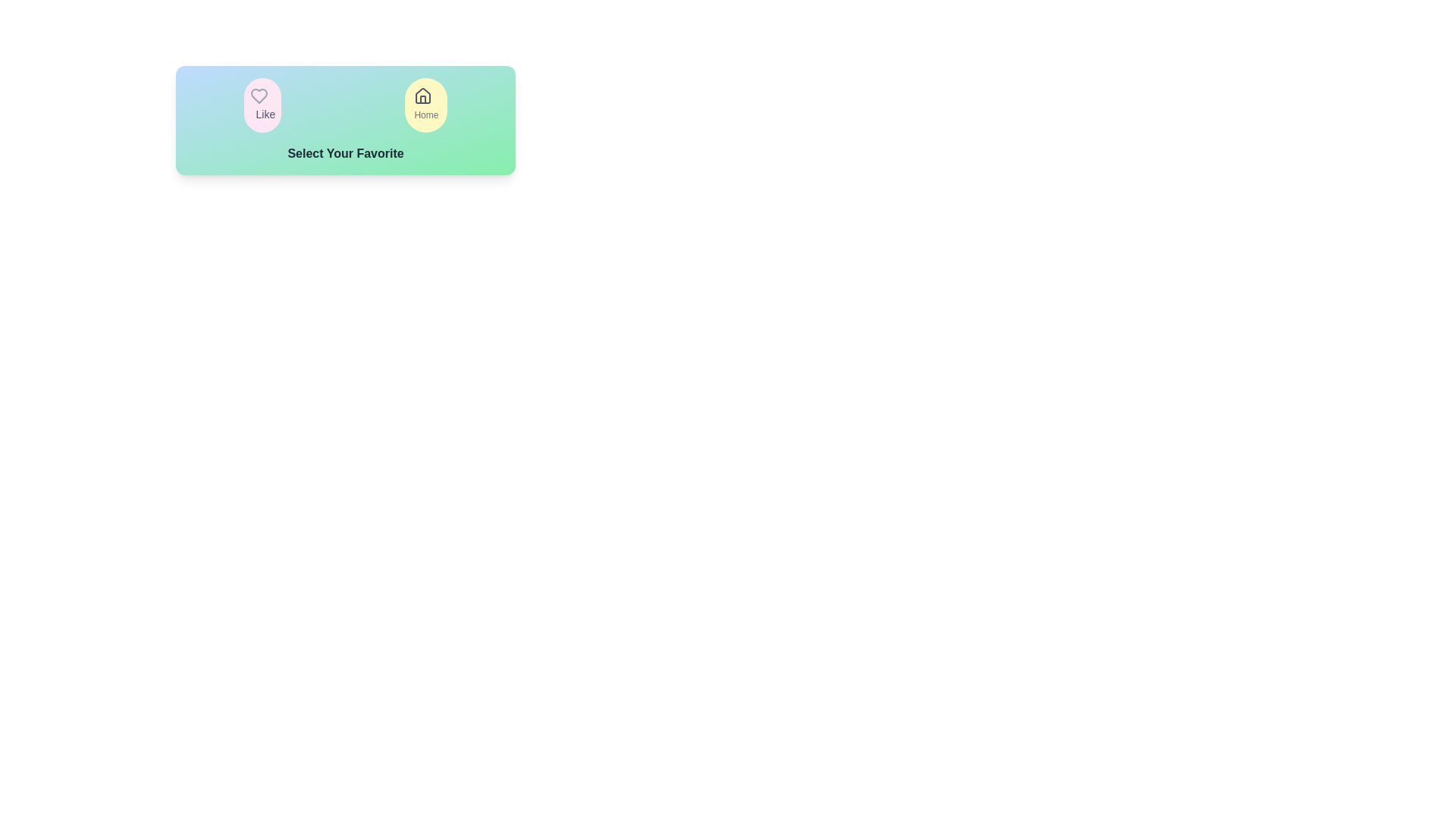 The height and width of the screenshot is (819, 1456). What do you see at coordinates (425, 104) in the screenshot?
I see `the second button in the top-right section` at bounding box center [425, 104].